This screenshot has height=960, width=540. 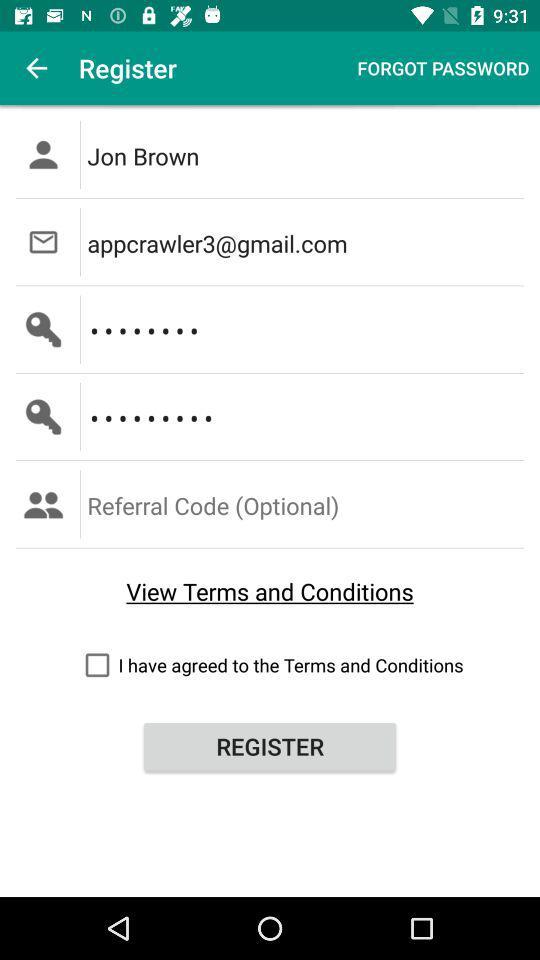 What do you see at coordinates (307, 416) in the screenshot?
I see `the crowd3116 icon` at bounding box center [307, 416].